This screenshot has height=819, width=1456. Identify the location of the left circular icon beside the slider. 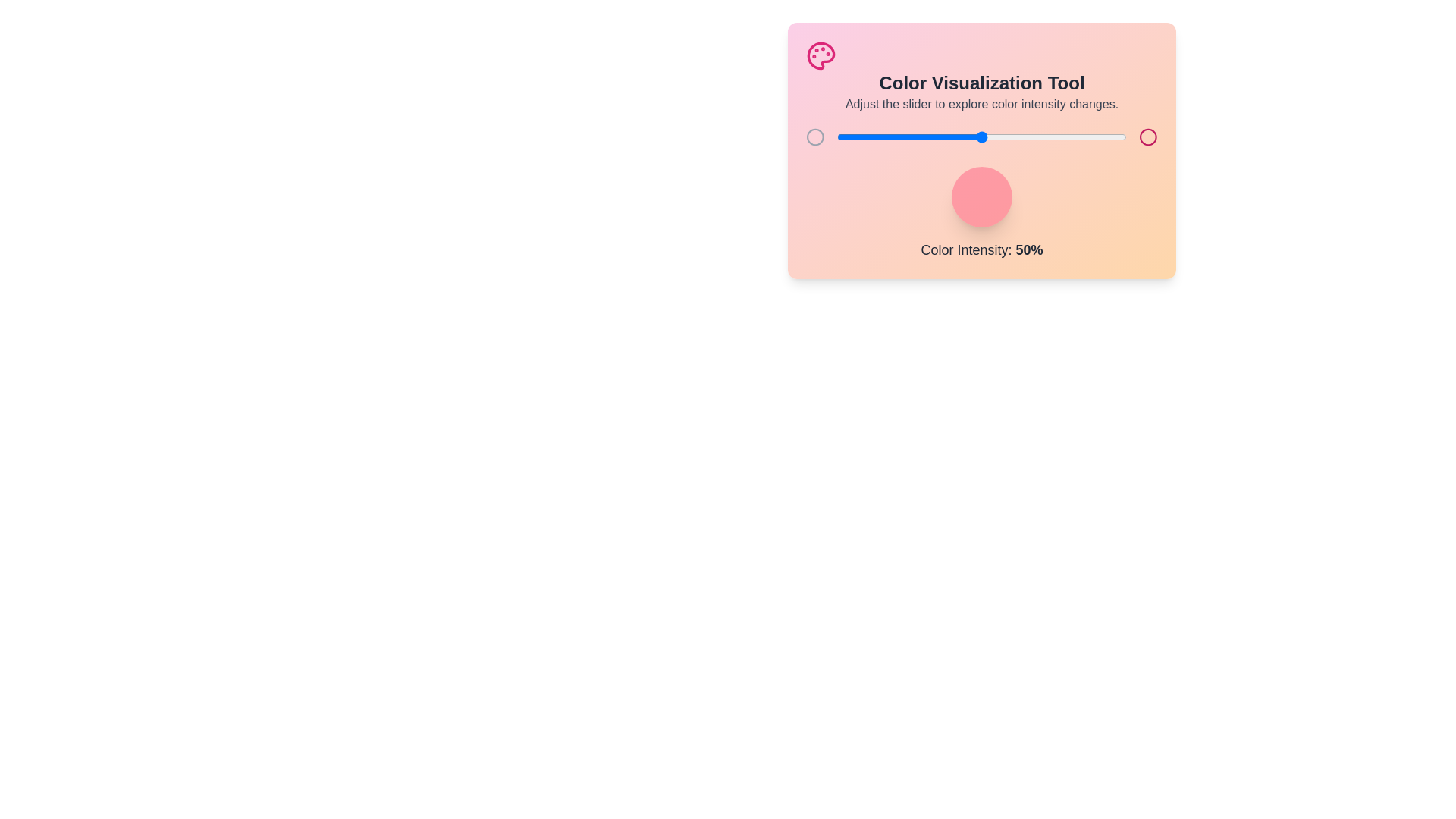
(814, 137).